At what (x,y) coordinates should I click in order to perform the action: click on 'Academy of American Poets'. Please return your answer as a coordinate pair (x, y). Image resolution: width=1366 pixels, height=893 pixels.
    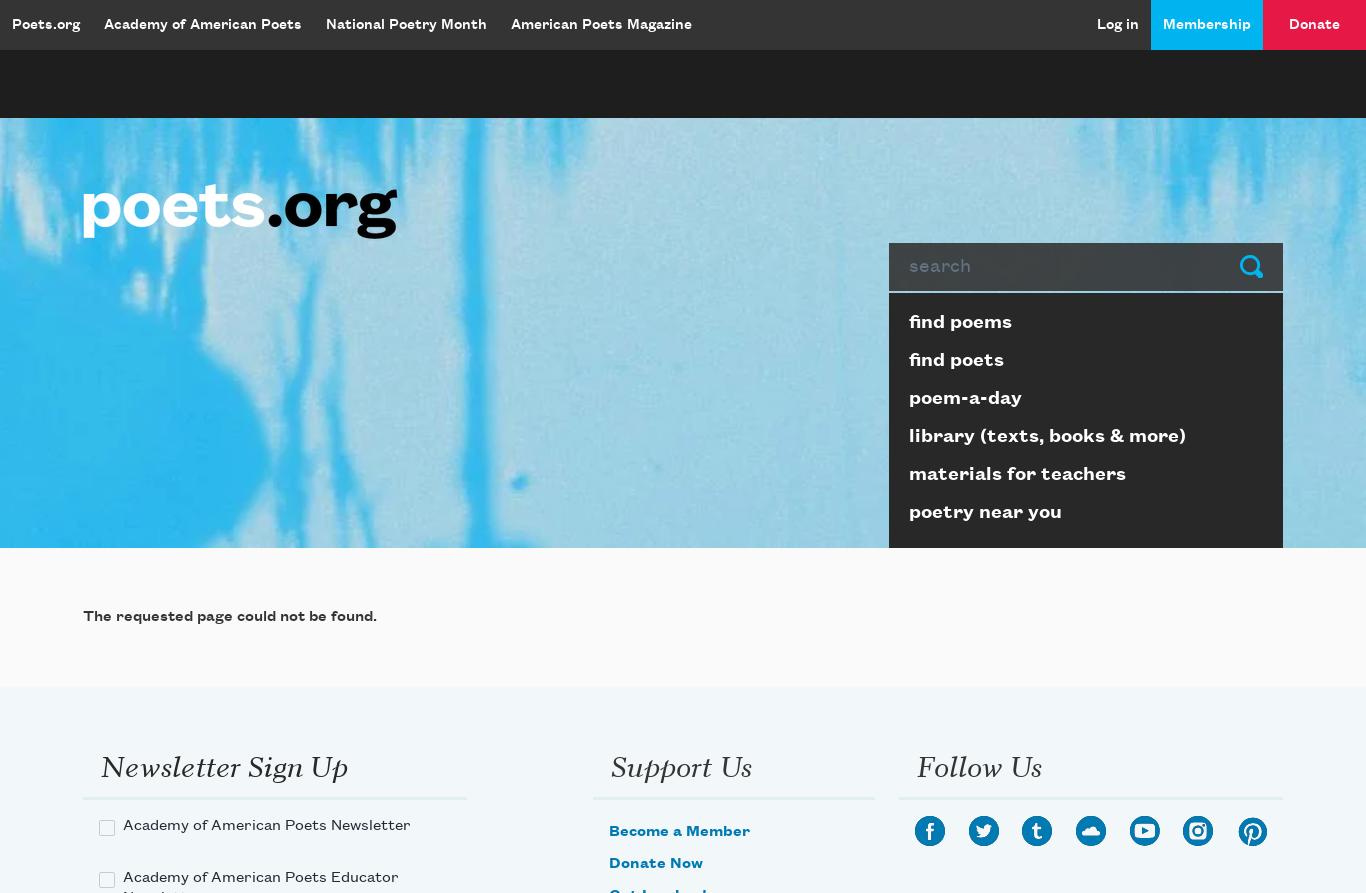
    Looking at the image, I should click on (103, 25).